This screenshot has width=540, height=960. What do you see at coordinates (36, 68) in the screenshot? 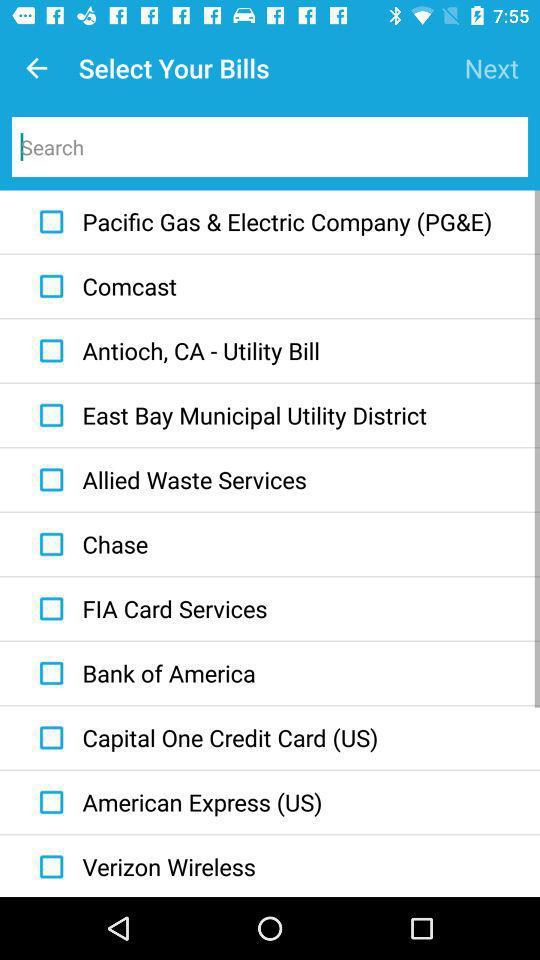
I see `icon next to the select your bills icon` at bounding box center [36, 68].